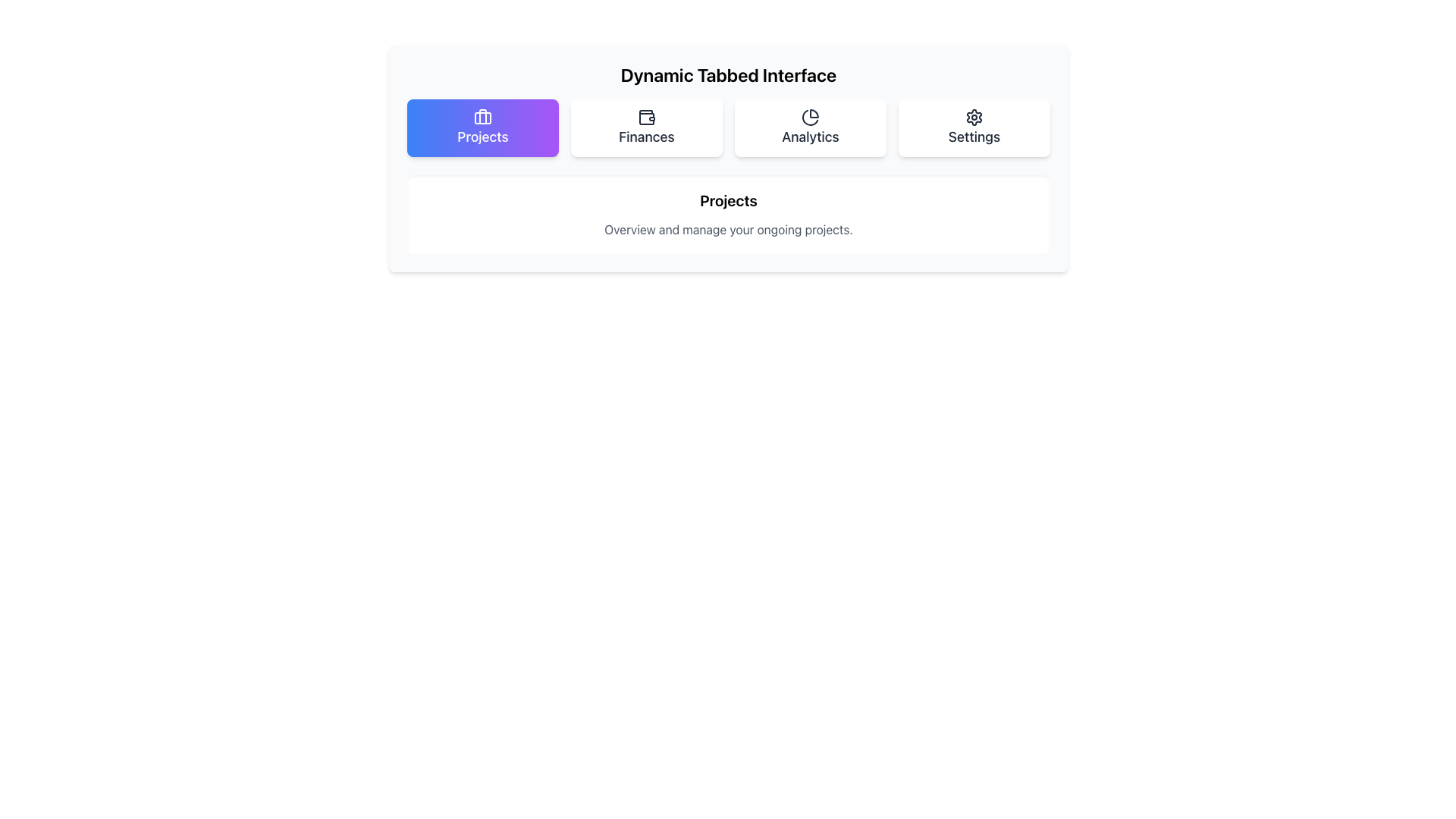 The image size is (1456, 819). I want to click on the 'Analytics' button, which has a white background, rounded corners, and displays a pie chart icon along with the text 'Analytics' in gray color, so click(810, 127).